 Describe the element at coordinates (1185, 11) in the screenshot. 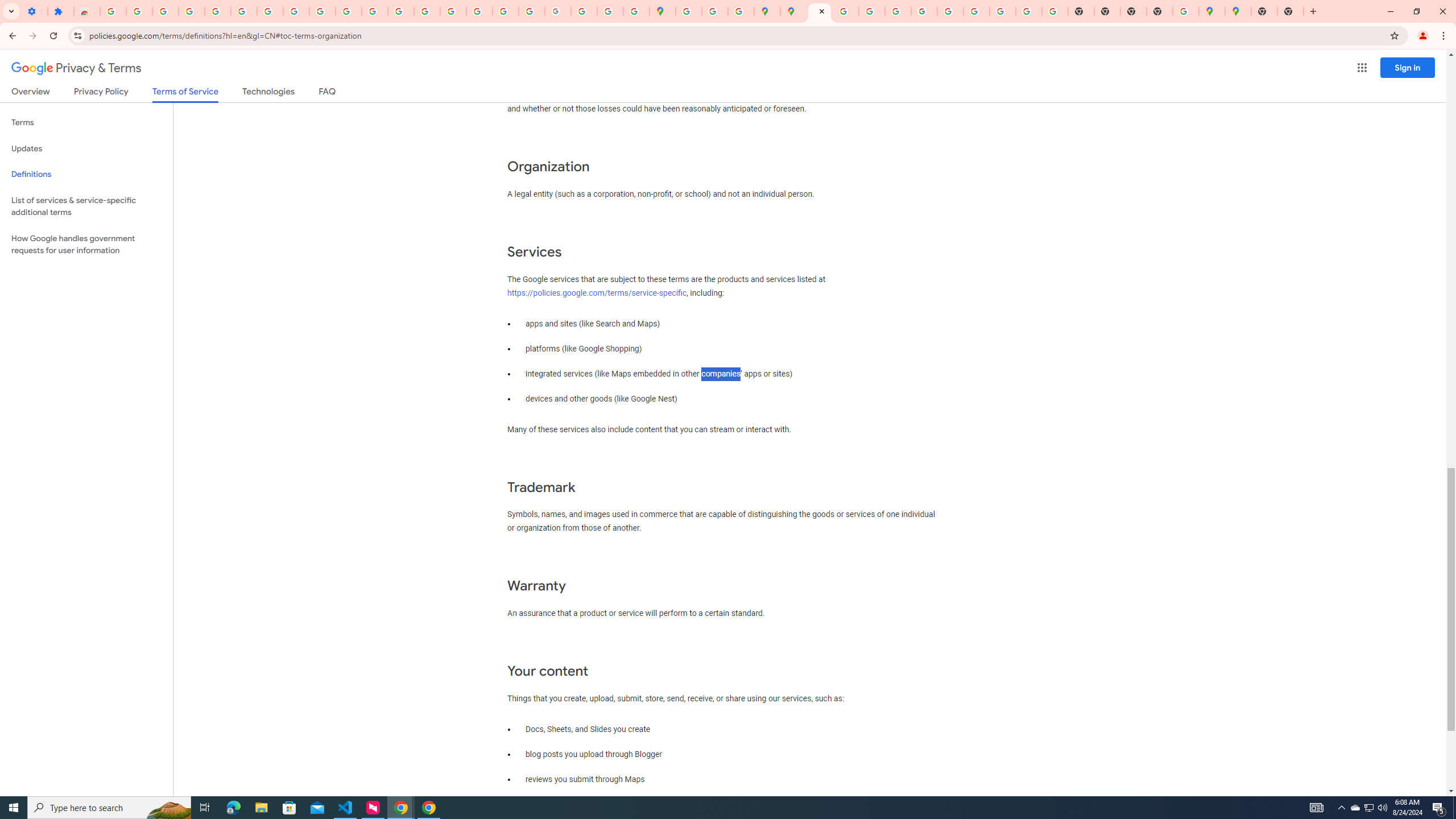

I see `'Use Google Maps in Space - Google Maps Help'` at that location.